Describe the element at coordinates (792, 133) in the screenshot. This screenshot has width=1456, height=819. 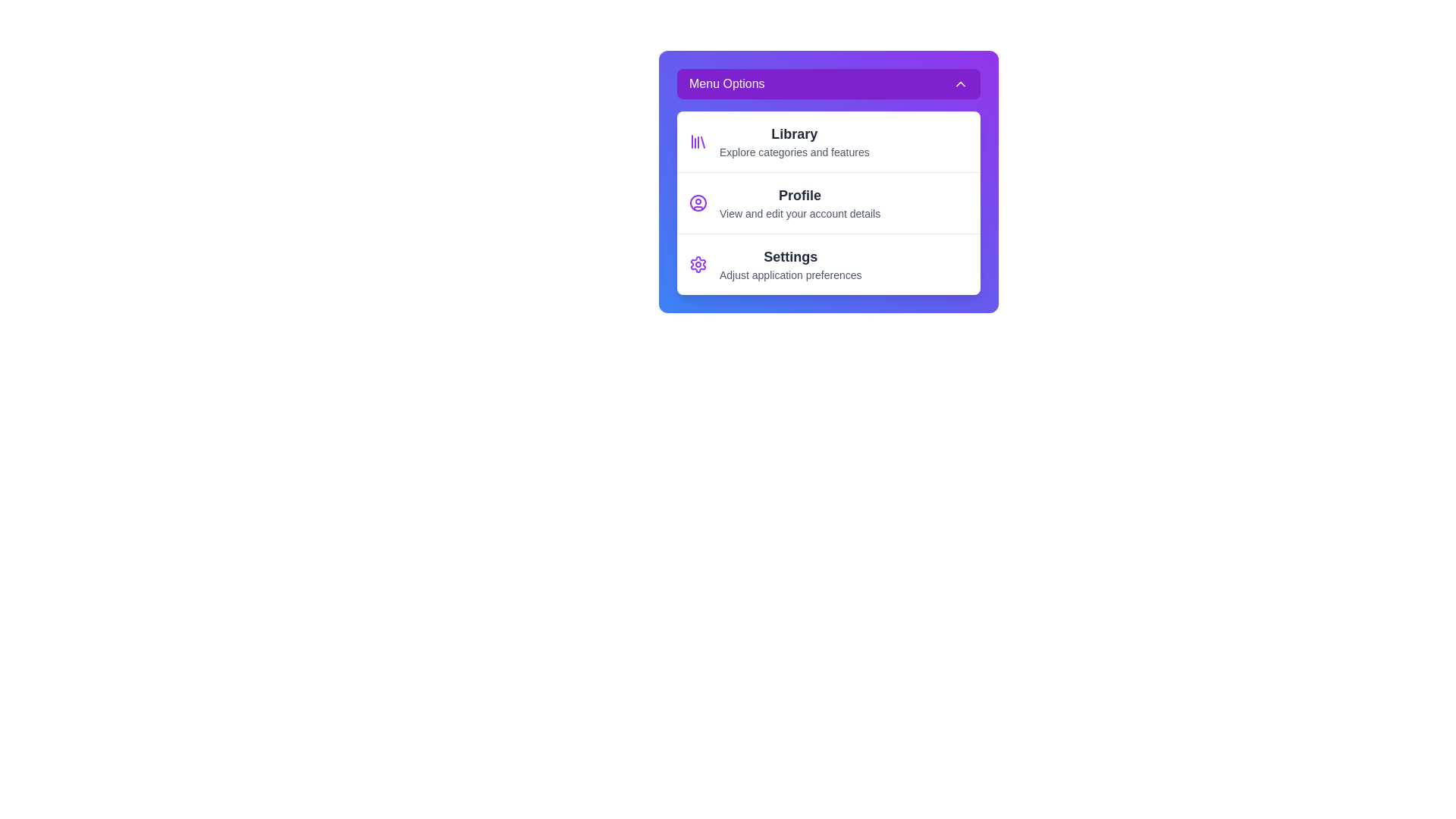
I see `the 'Library' text label at the top of the menu options to interact with surrounding elements that provide functionality related to this label` at that location.